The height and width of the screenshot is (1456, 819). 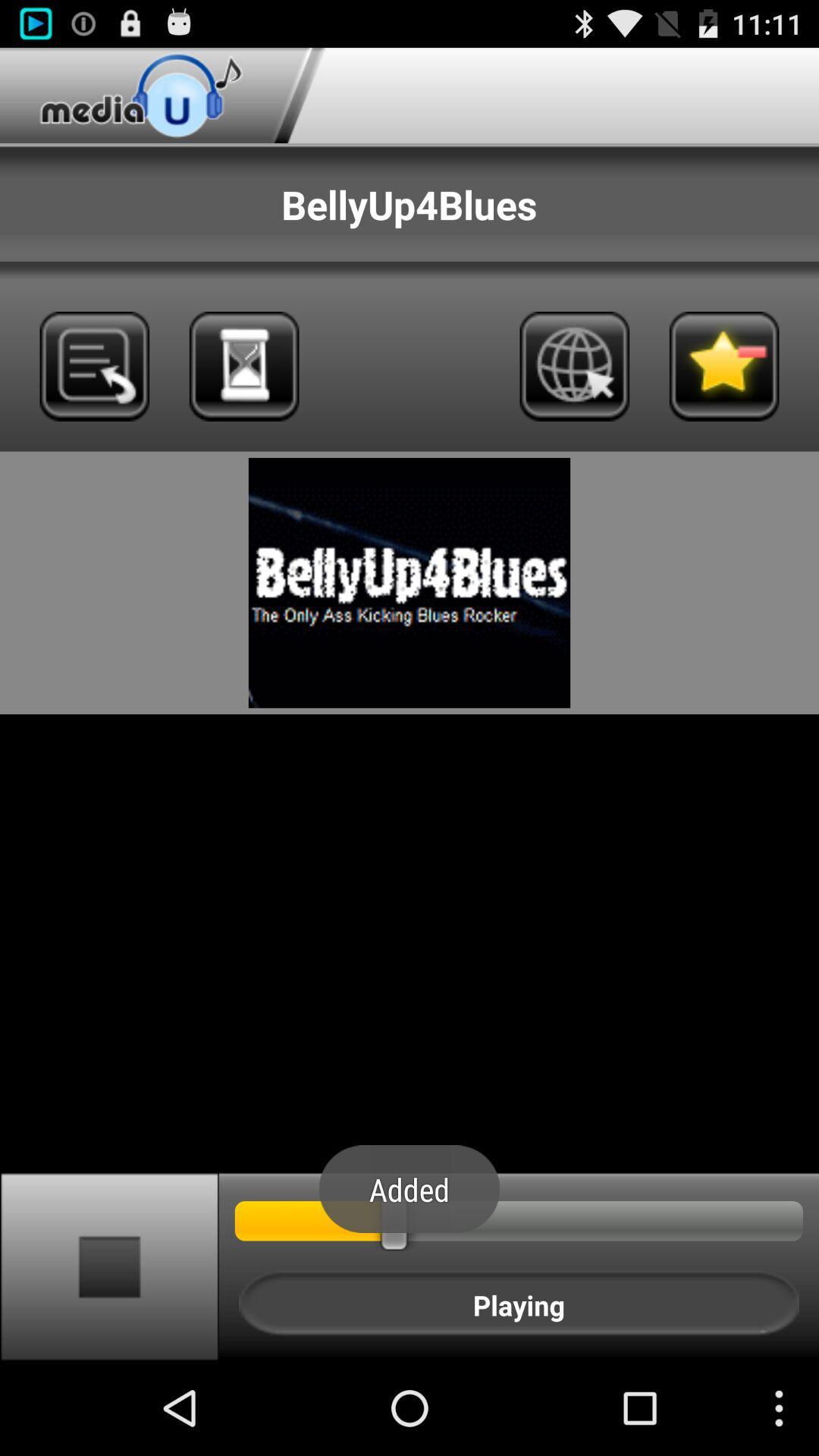 I want to click on stop, so click(x=108, y=1266).